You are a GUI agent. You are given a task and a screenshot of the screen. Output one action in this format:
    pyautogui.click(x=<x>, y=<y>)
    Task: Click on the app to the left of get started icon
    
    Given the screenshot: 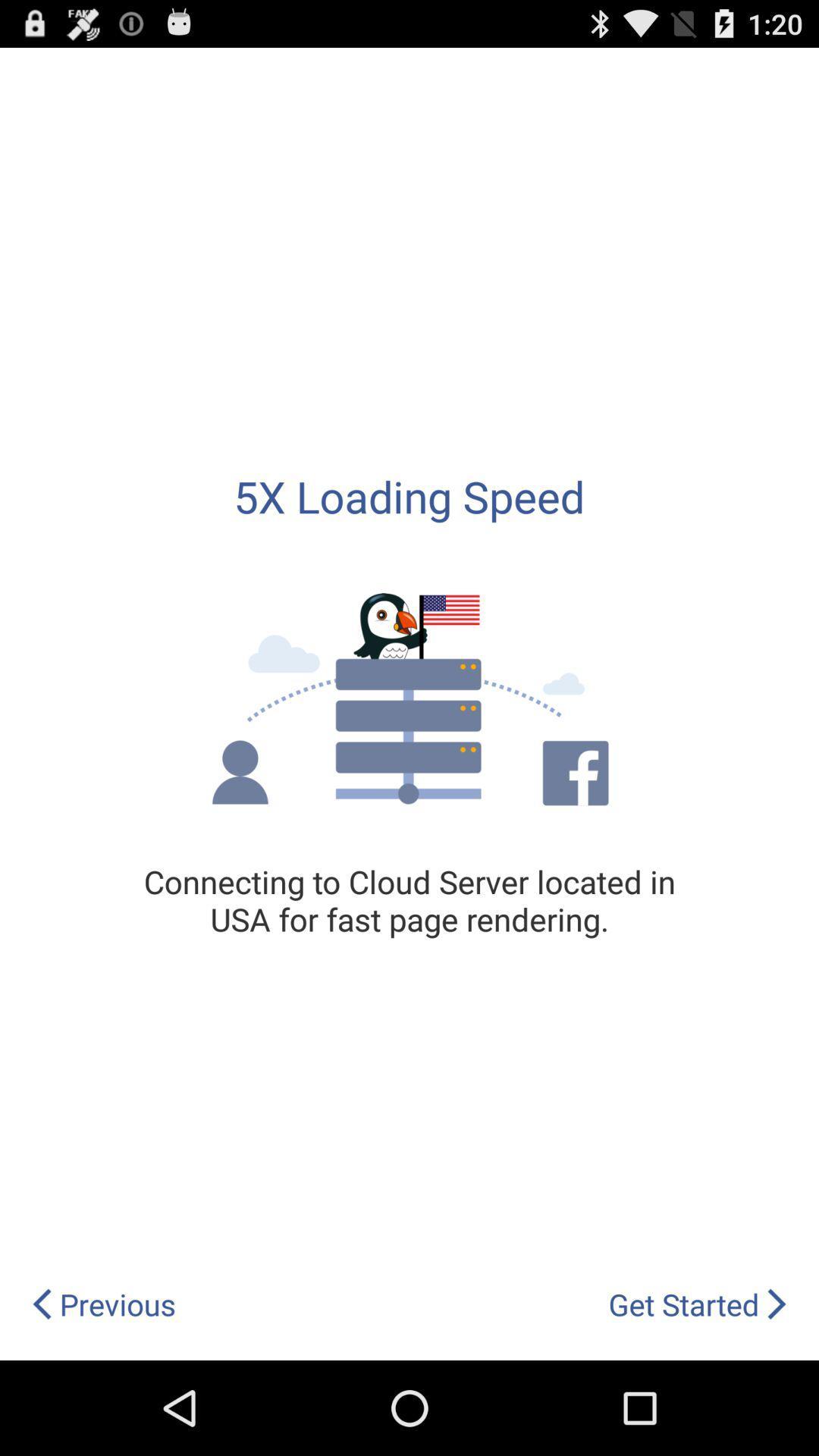 What is the action you would take?
    pyautogui.click(x=102, y=1304)
    